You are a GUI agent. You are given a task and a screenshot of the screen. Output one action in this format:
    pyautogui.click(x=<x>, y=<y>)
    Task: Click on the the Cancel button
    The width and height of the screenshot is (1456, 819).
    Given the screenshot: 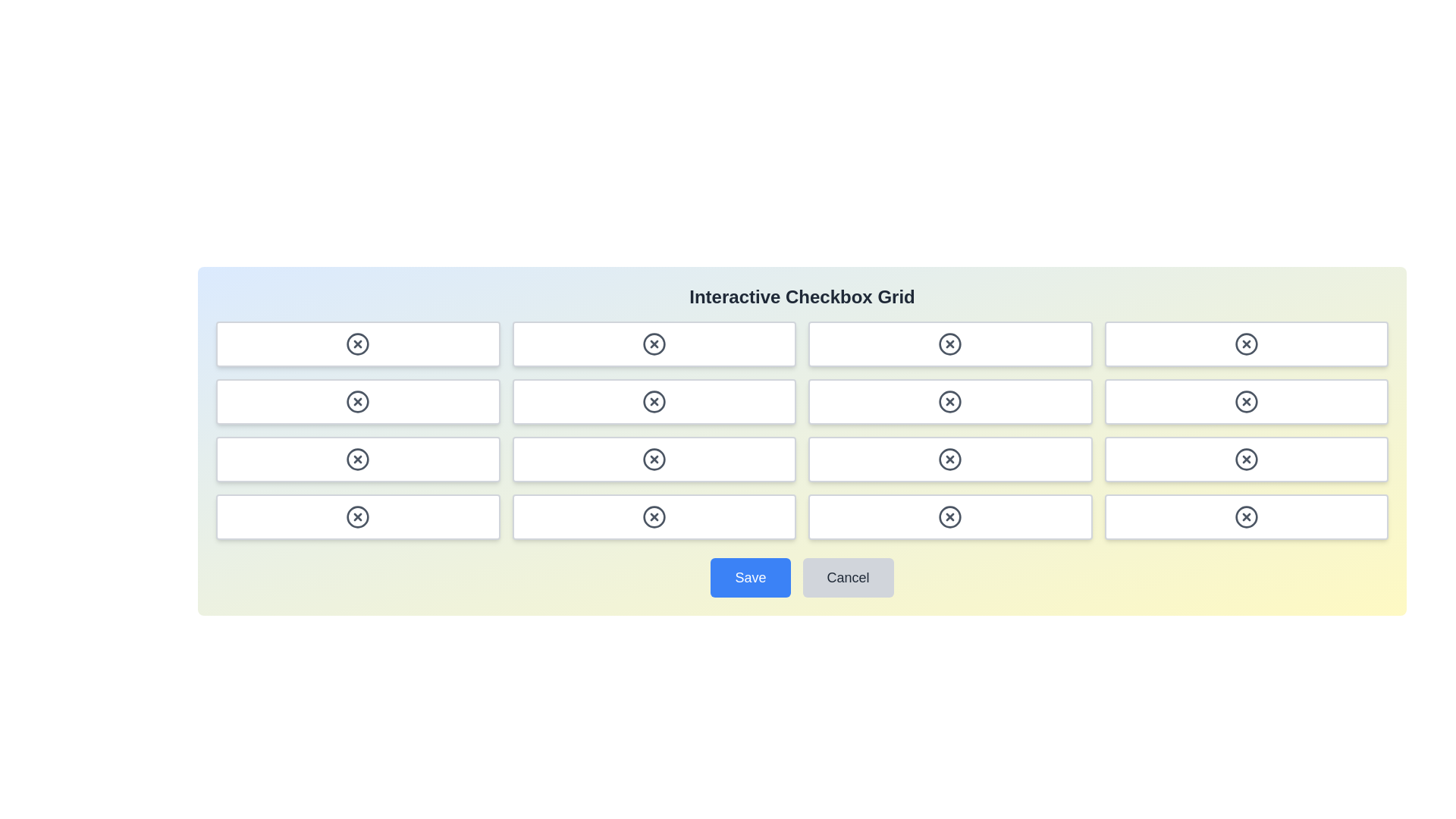 What is the action you would take?
    pyautogui.click(x=847, y=578)
    